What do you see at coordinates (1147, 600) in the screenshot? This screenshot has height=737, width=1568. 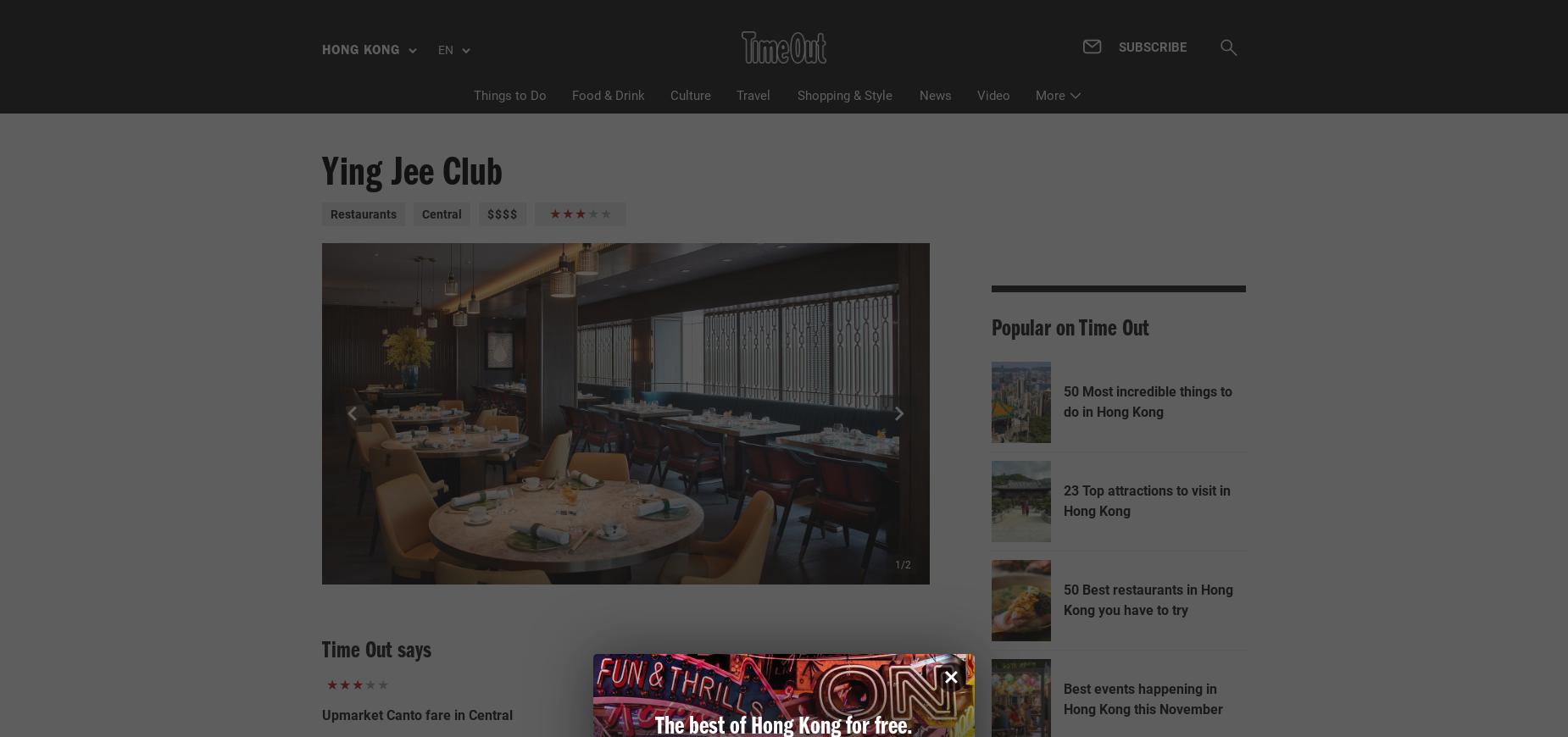 I see `'50 Best restaurants in Hong Kong you have to try'` at bounding box center [1147, 600].